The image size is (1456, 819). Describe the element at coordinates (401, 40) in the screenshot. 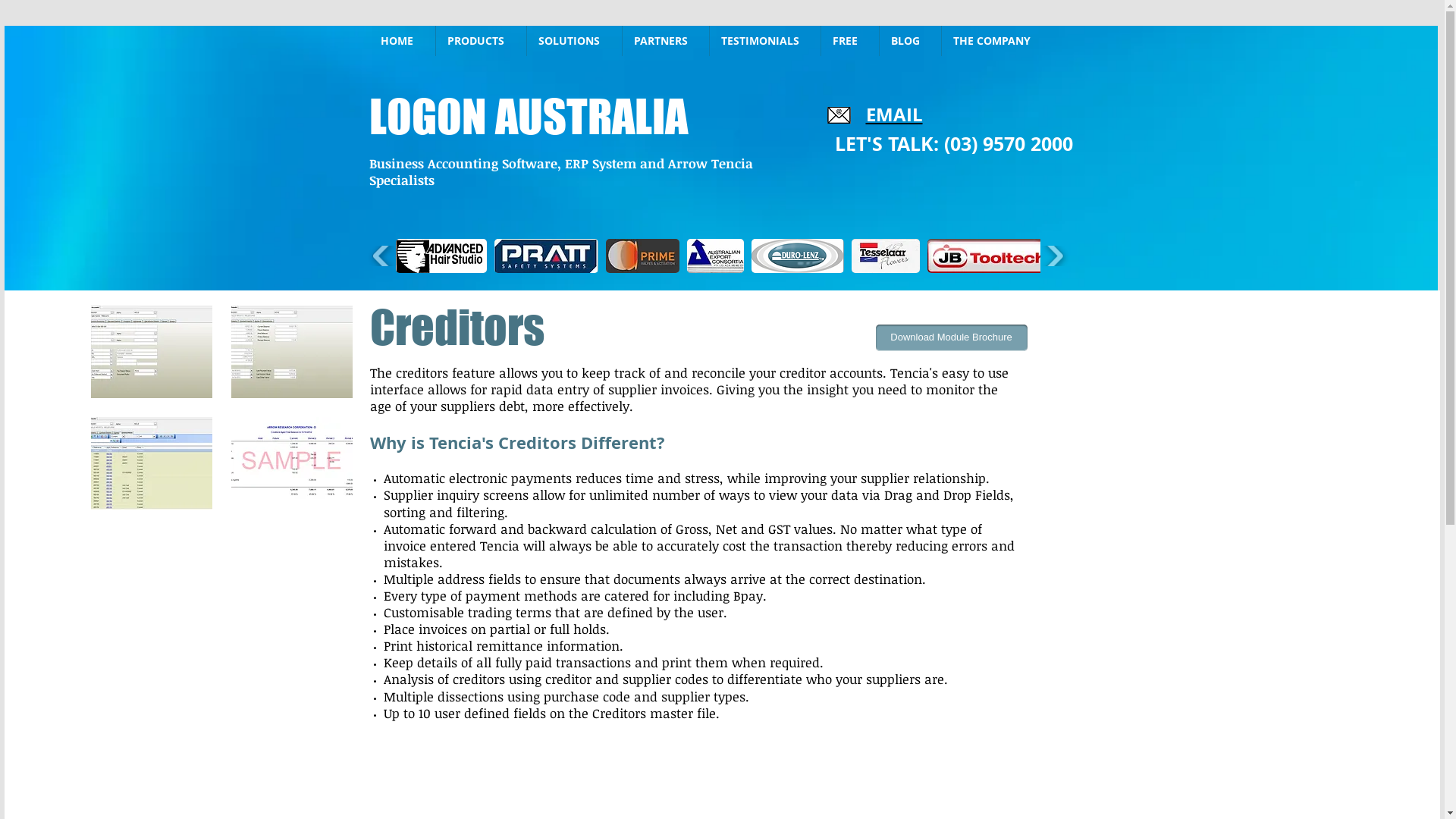

I see `'HOME'` at that location.